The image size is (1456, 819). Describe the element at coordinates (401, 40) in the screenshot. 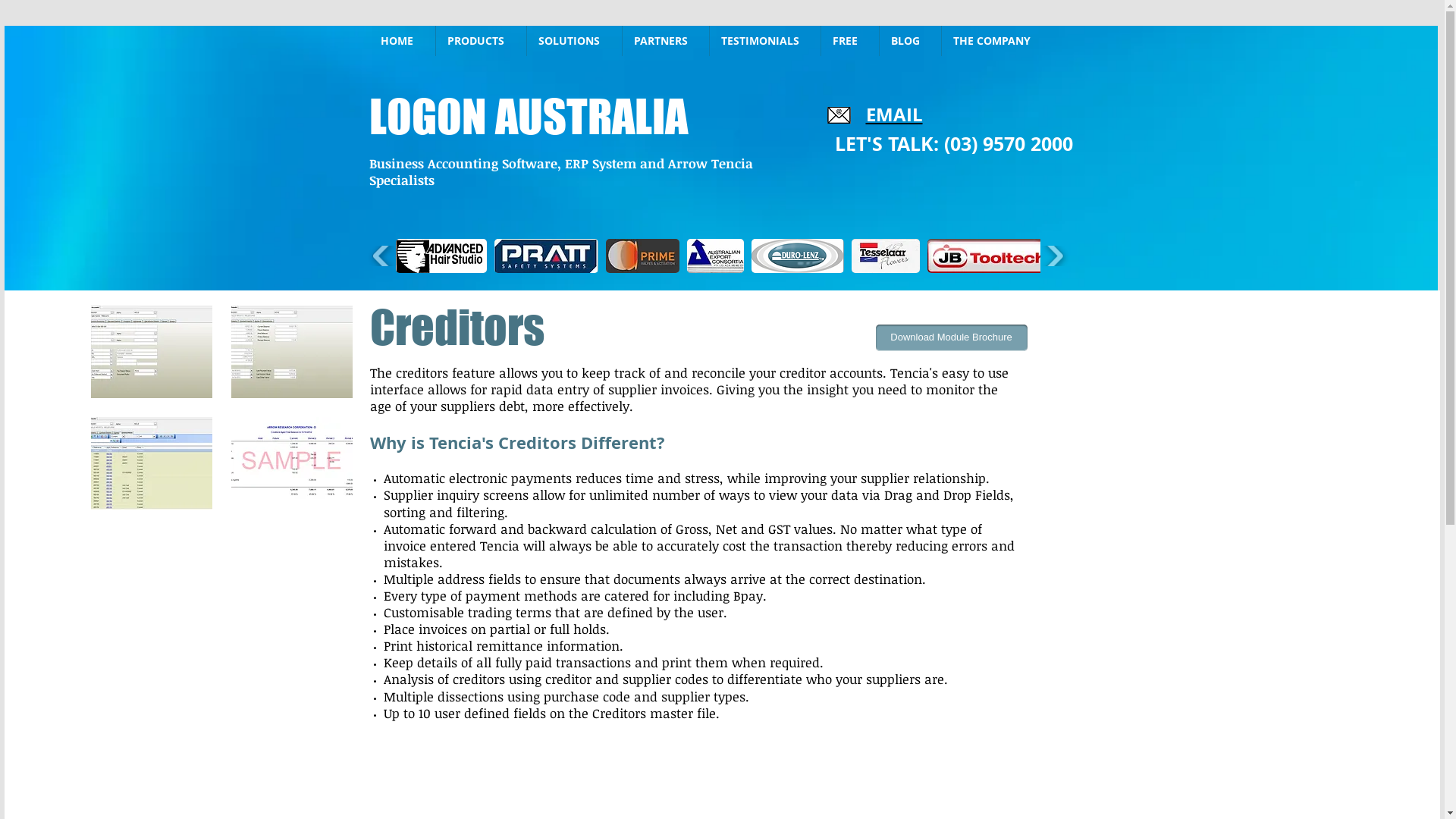

I see `'HOME'` at that location.